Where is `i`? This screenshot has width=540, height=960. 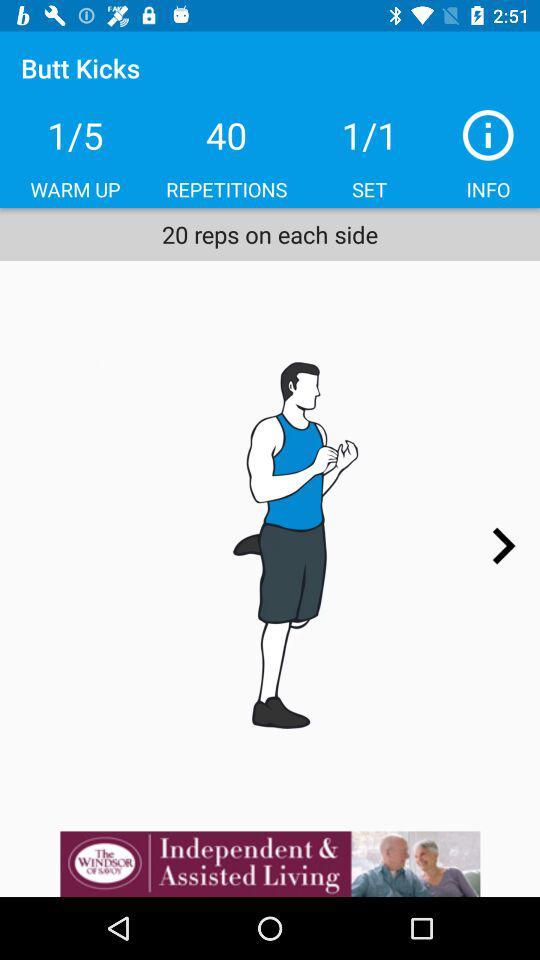
i is located at coordinates (487, 134).